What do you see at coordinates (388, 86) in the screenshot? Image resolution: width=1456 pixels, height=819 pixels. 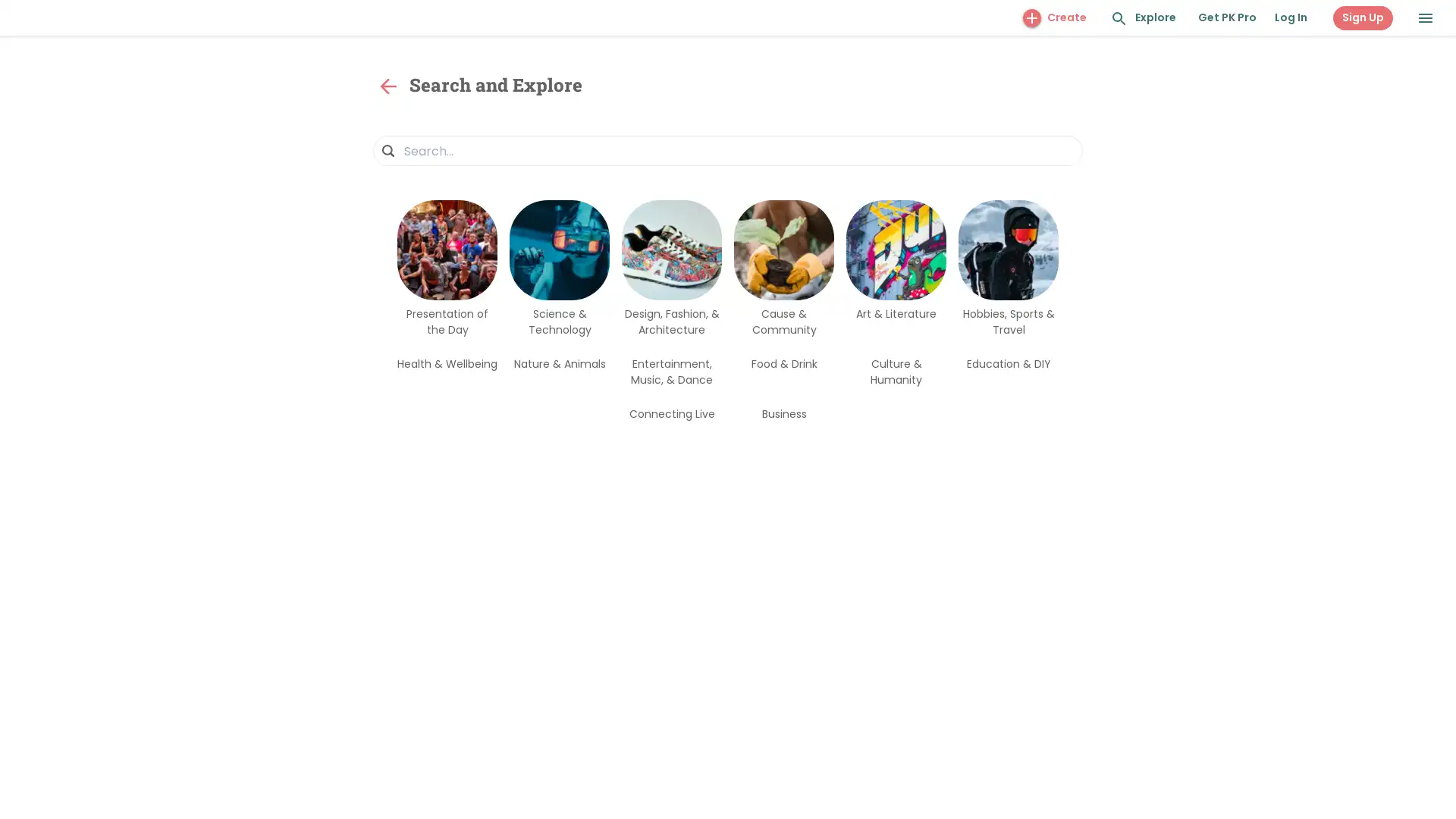 I see `Back` at bounding box center [388, 86].